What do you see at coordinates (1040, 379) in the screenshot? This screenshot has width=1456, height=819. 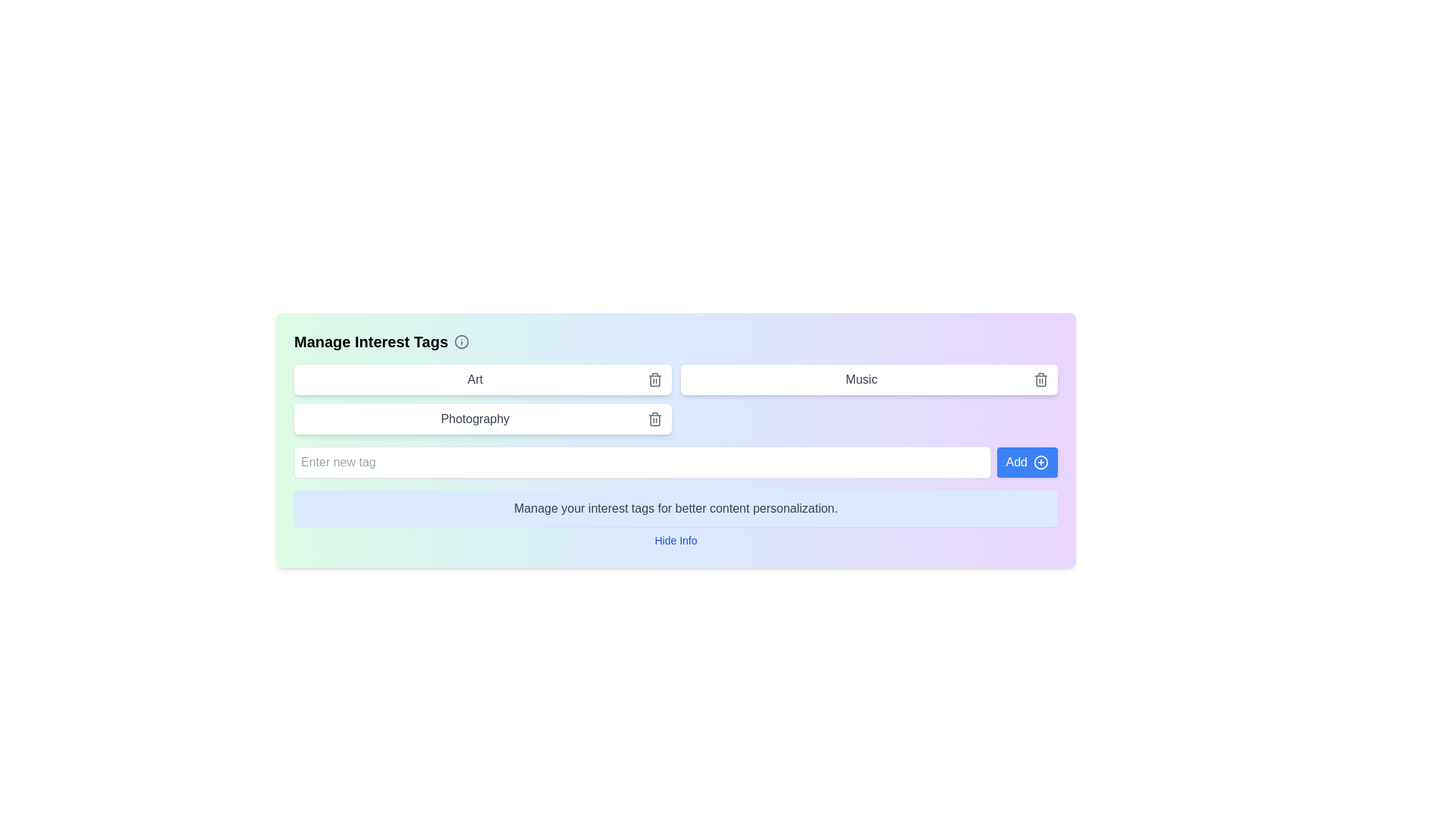 I see `the trash bin icon button located on the far right of the 'Music' tag` at bounding box center [1040, 379].